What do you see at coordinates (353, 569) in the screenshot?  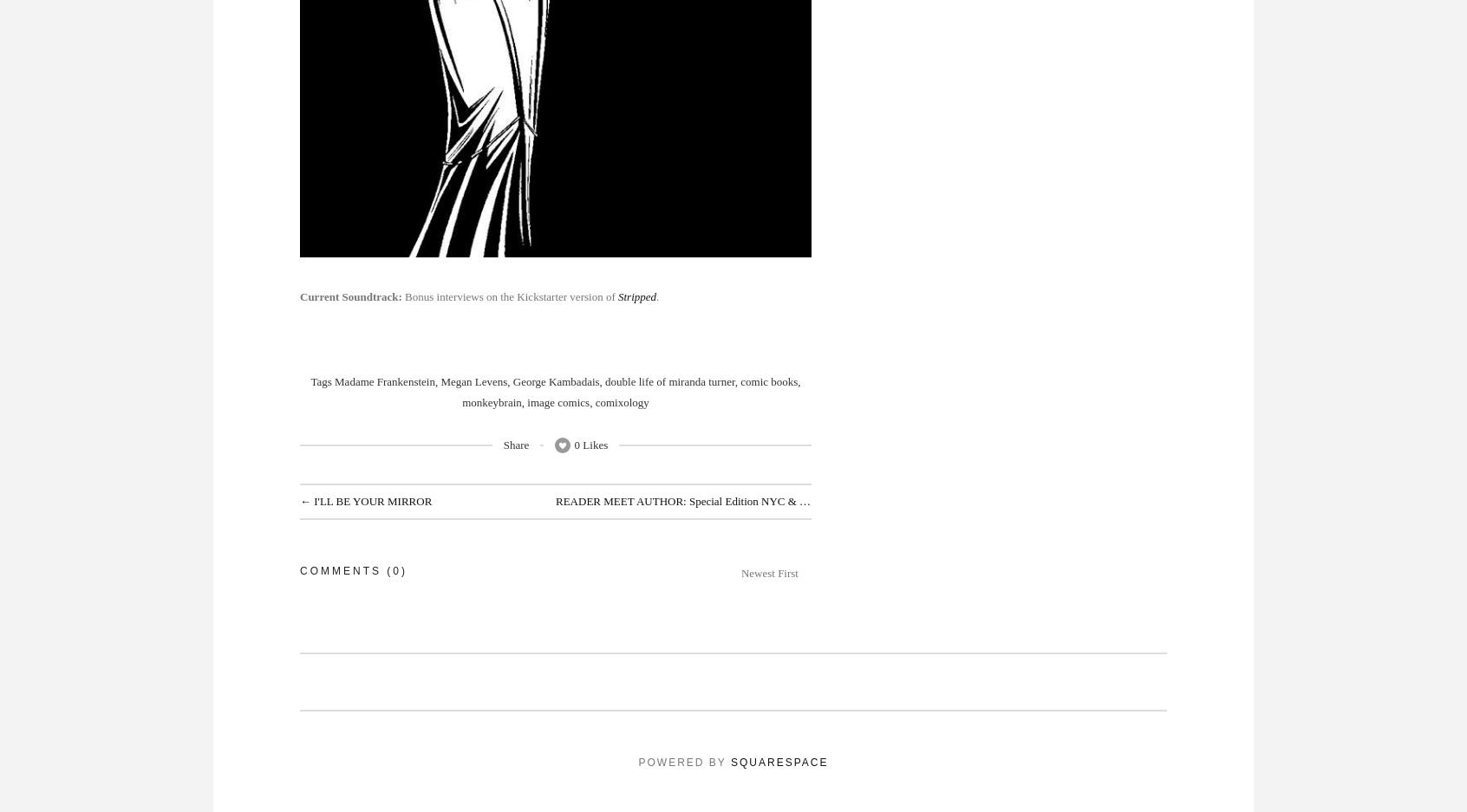 I see `'Comments (0)'` at bounding box center [353, 569].